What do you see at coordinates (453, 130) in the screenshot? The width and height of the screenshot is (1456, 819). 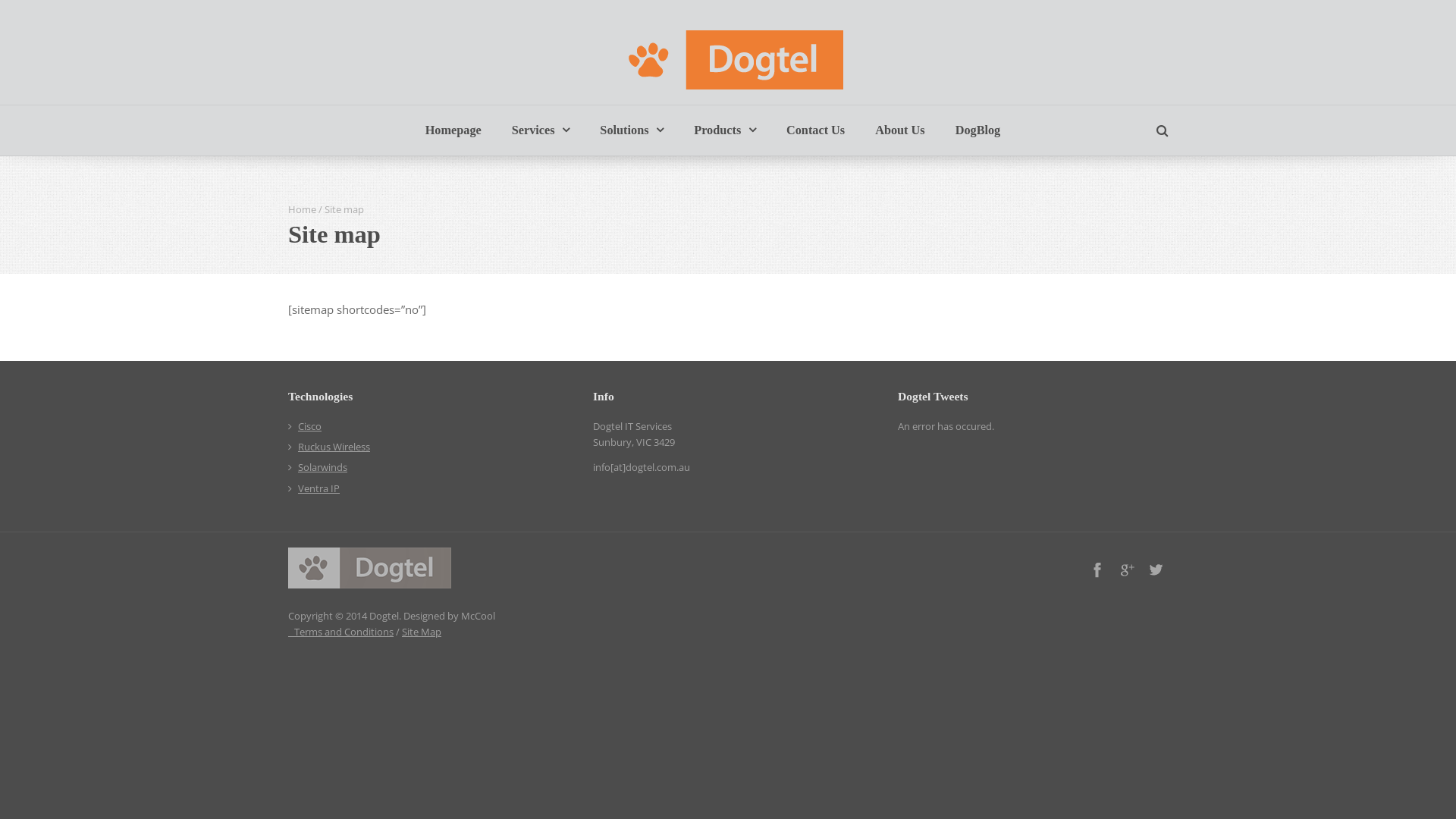 I see `'Homepage'` at bounding box center [453, 130].